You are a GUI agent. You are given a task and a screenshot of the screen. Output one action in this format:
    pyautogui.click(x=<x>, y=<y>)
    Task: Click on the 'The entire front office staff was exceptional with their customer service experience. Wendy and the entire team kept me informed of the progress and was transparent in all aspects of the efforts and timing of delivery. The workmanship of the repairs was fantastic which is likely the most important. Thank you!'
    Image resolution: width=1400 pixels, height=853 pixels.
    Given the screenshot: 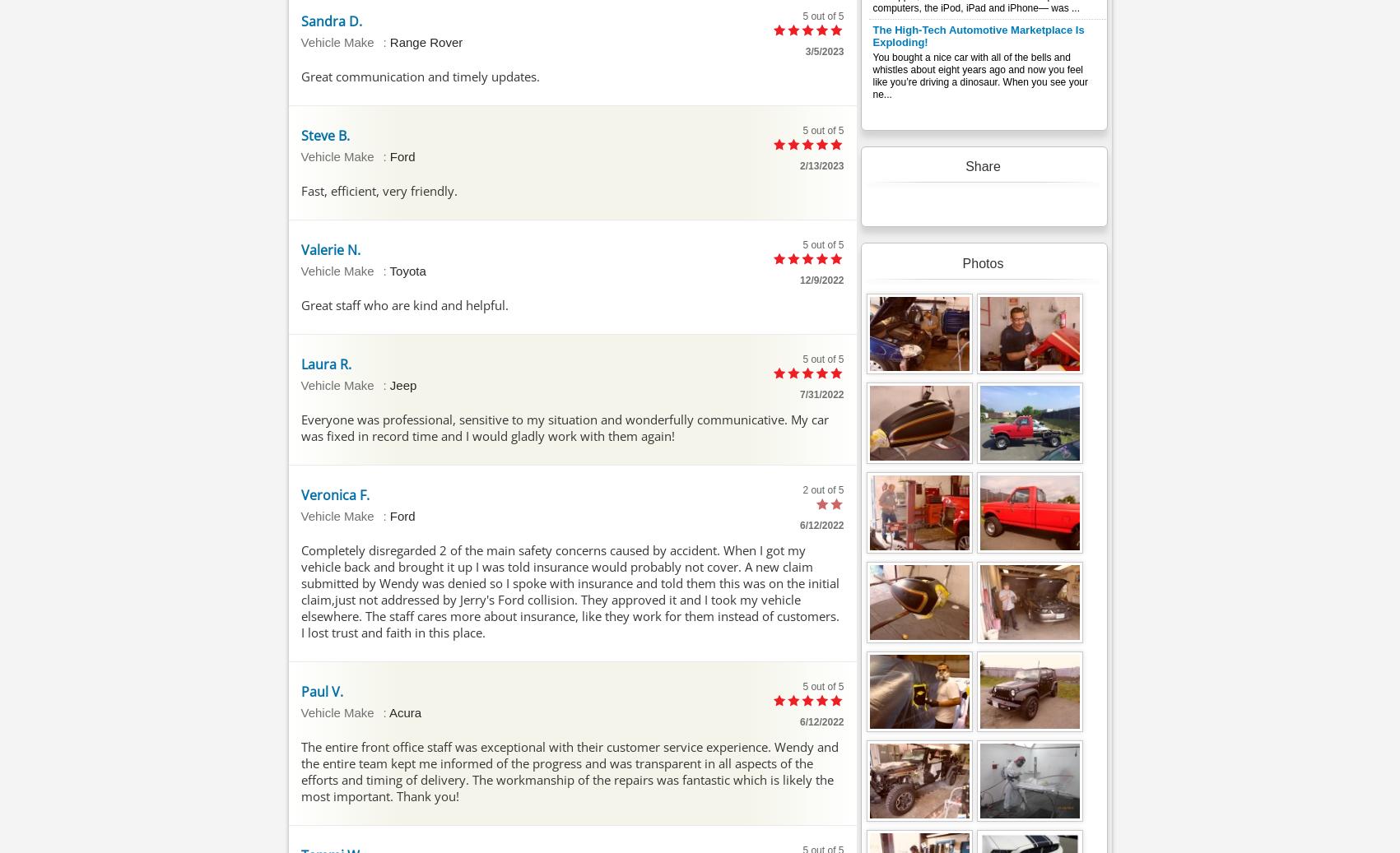 What is the action you would take?
    pyautogui.click(x=568, y=771)
    